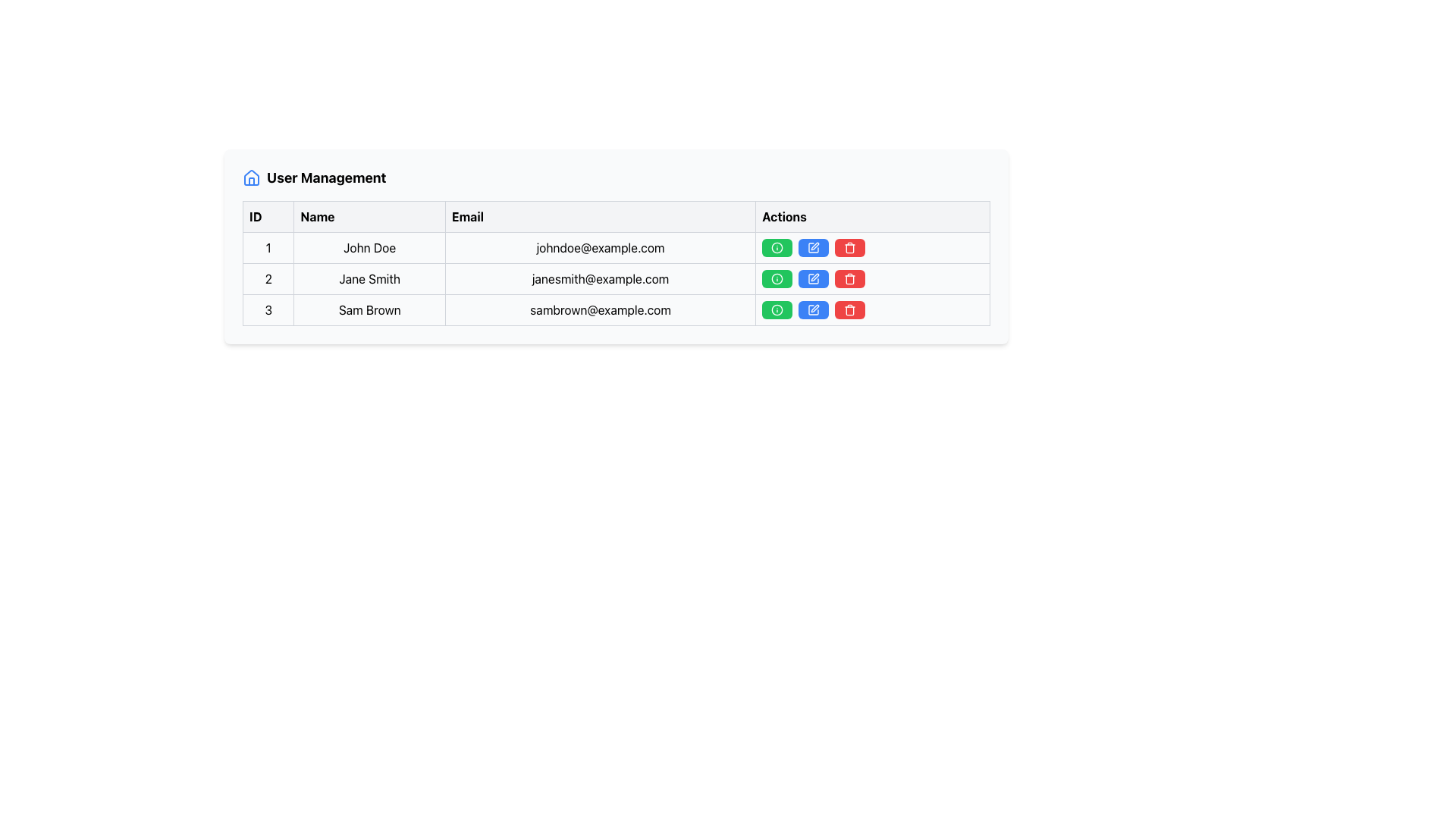 The width and height of the screenshot is (1456, 819). Describe the element at coordinates (777, 247) in the screenshot. I see `the SVG circle element that serves as the 'info' graphic icon, located in the 'Actions' column of the last row of the table` at that location.